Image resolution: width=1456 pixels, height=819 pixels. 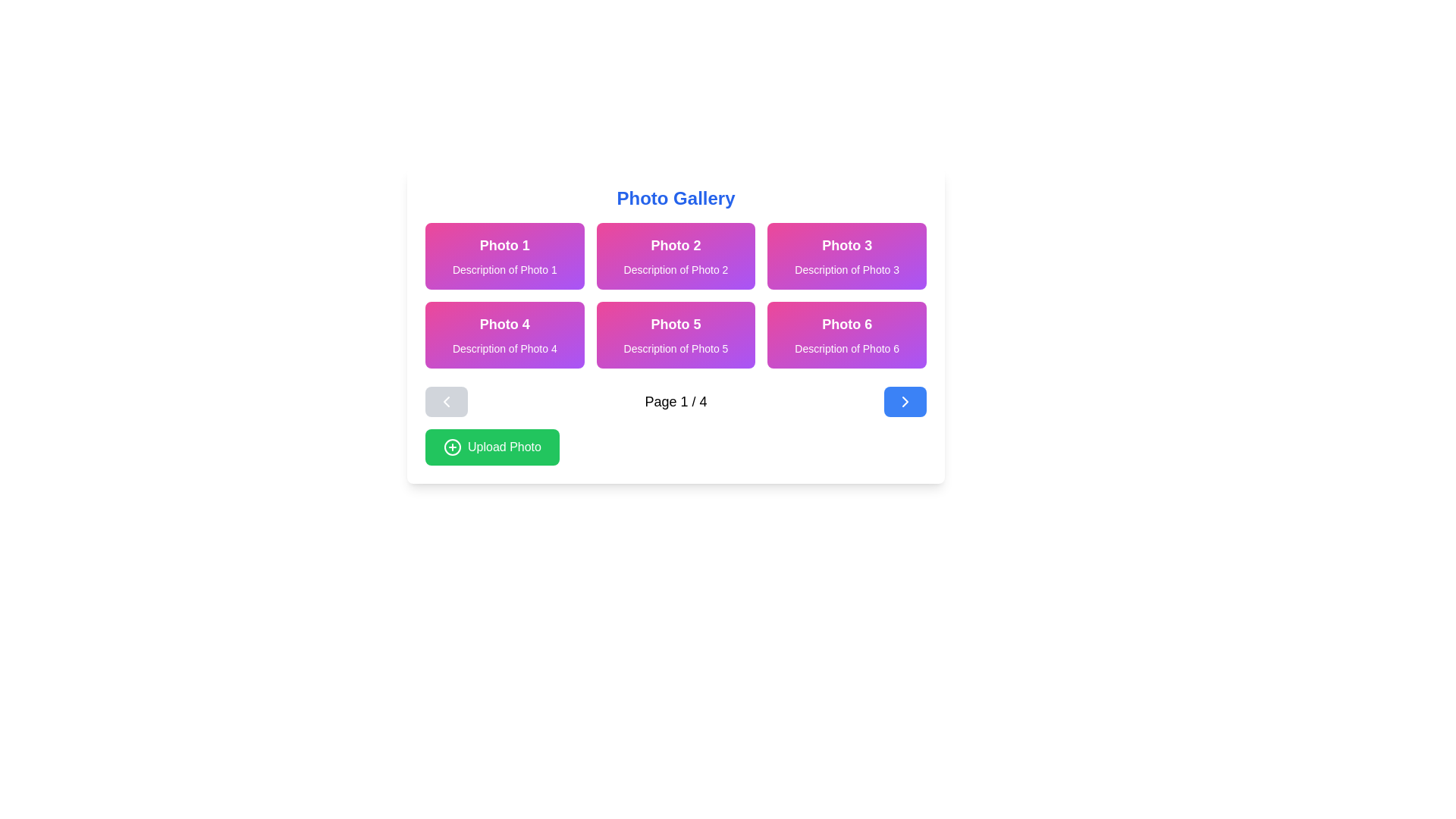 I want to click on the first static information card in the first column of the first row within the 3x2 grid layout, so click(x=504, y=256).